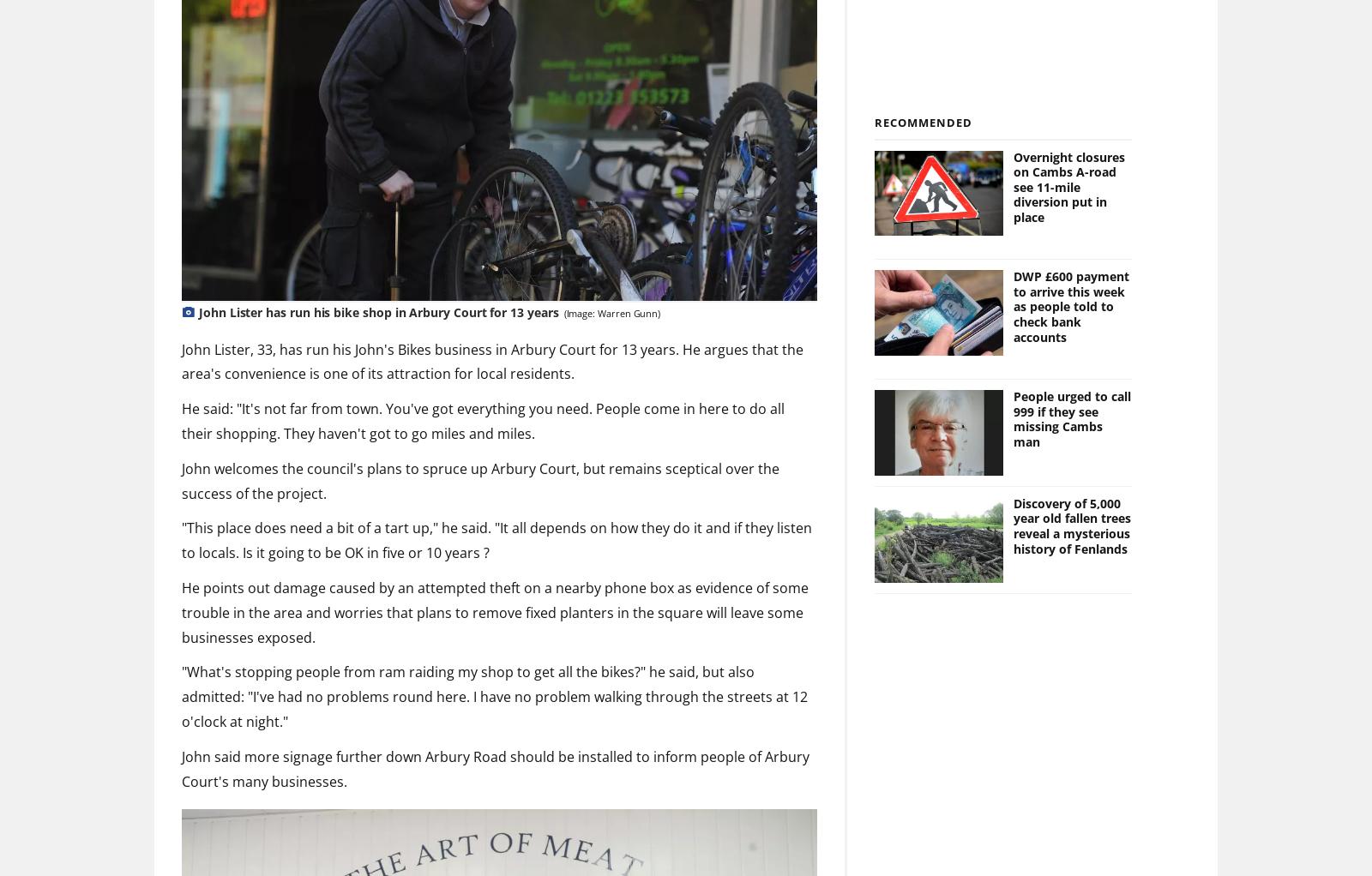 Image resolution: width=1372 pixels, height=876 pixels. What do you see at coordinates (496, 540) in the screenshot?
I see `'"This place does need a bit of a tart up," he said. "It all depends on how they do it and if they listen to locals. Is it going to be OK in five or 10 years ?'` at bounding box center [496, 540].